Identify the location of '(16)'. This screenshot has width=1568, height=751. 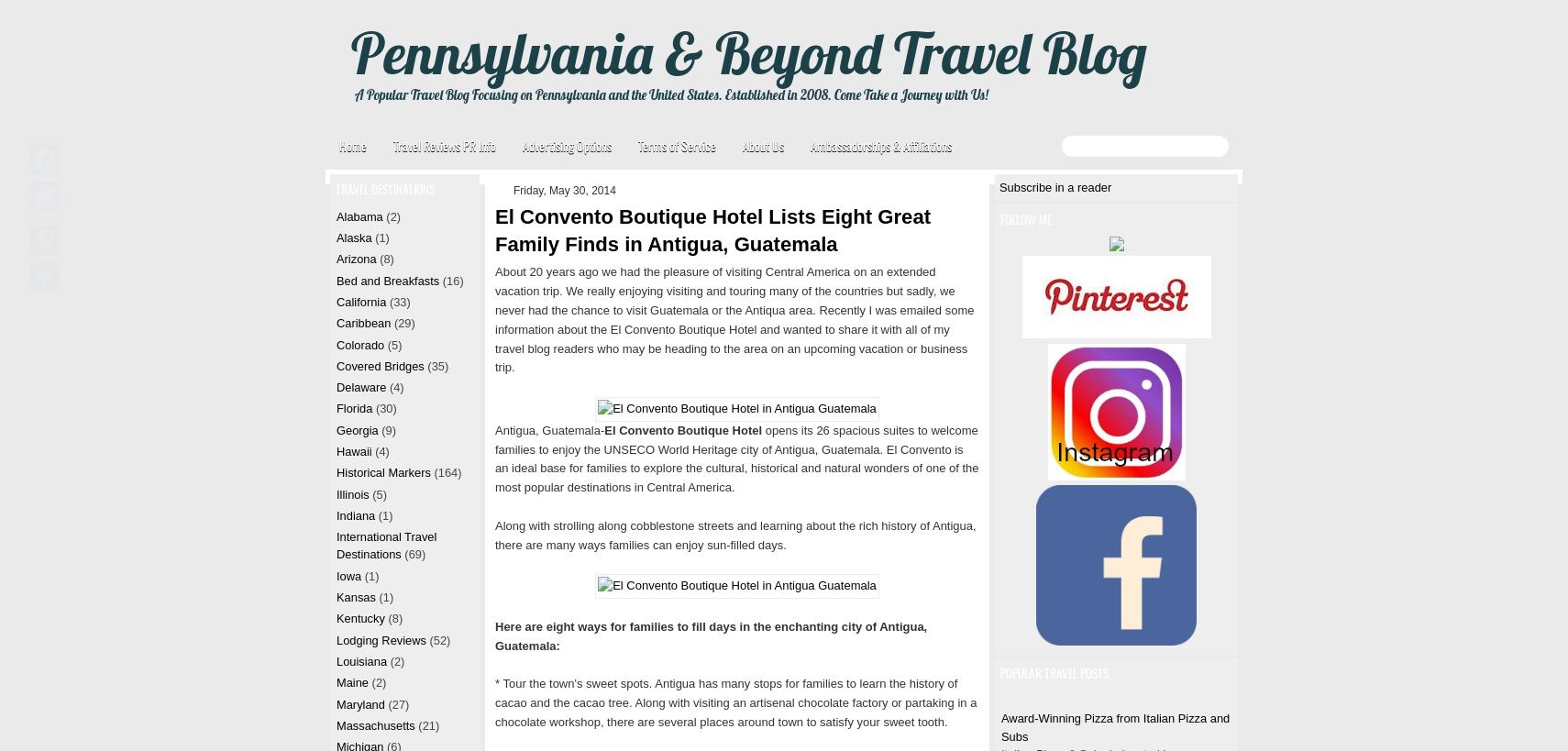
(442, 280).